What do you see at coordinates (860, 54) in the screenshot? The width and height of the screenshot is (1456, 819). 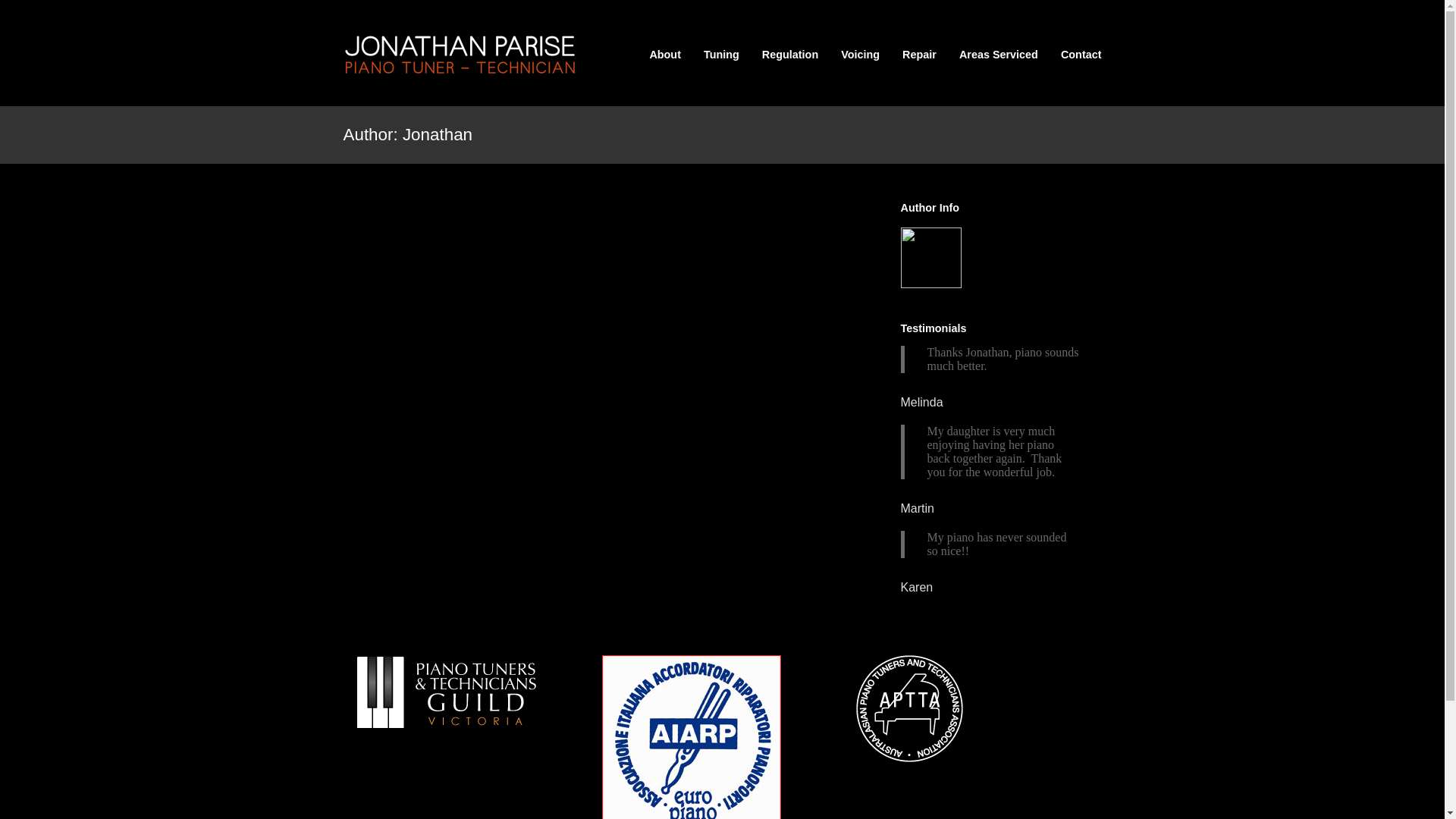 I see `'Voicing'` at bounding box center [860, 54].